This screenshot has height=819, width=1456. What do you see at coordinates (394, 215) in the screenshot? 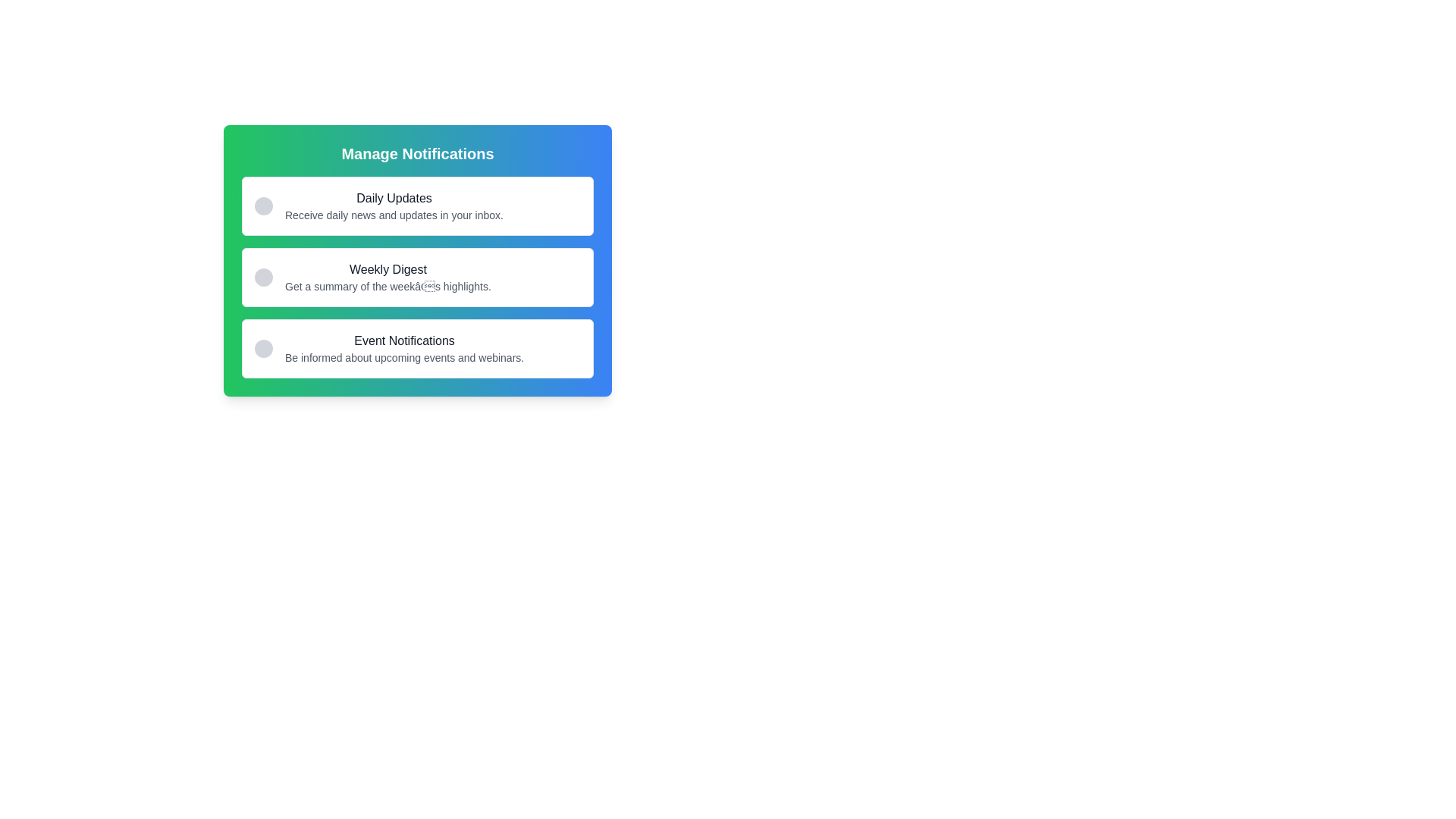
I see `descriptive text label located immediately below the 'Daily Updates' heading, which provides additional context about the topic` at bounding box center [394, 215].